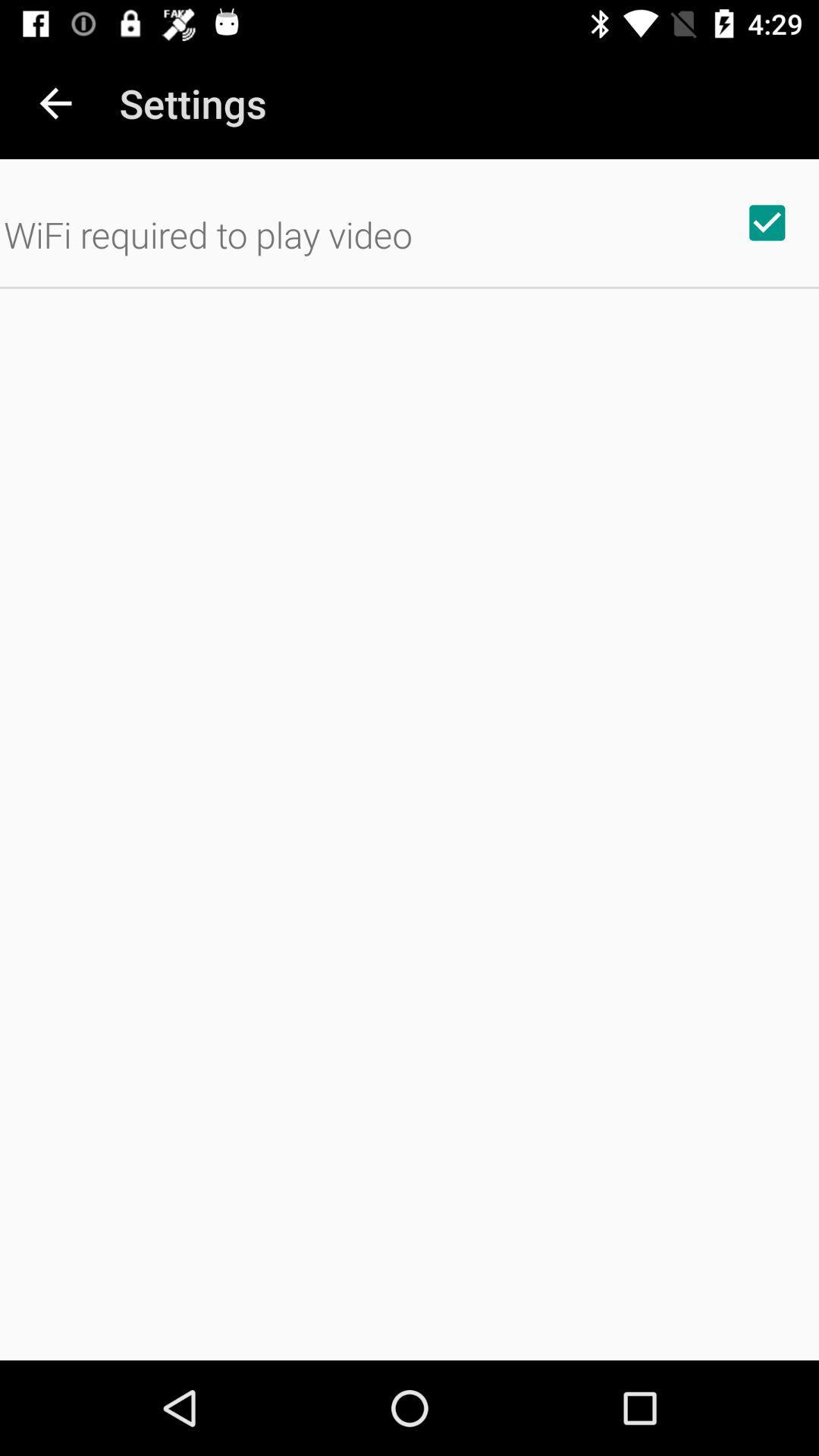 This screenshot has width=819, height=1456. Describe the element at coordinates (55, 102) in the screenshot. I see `the app above the wifi required to icon` at that location.